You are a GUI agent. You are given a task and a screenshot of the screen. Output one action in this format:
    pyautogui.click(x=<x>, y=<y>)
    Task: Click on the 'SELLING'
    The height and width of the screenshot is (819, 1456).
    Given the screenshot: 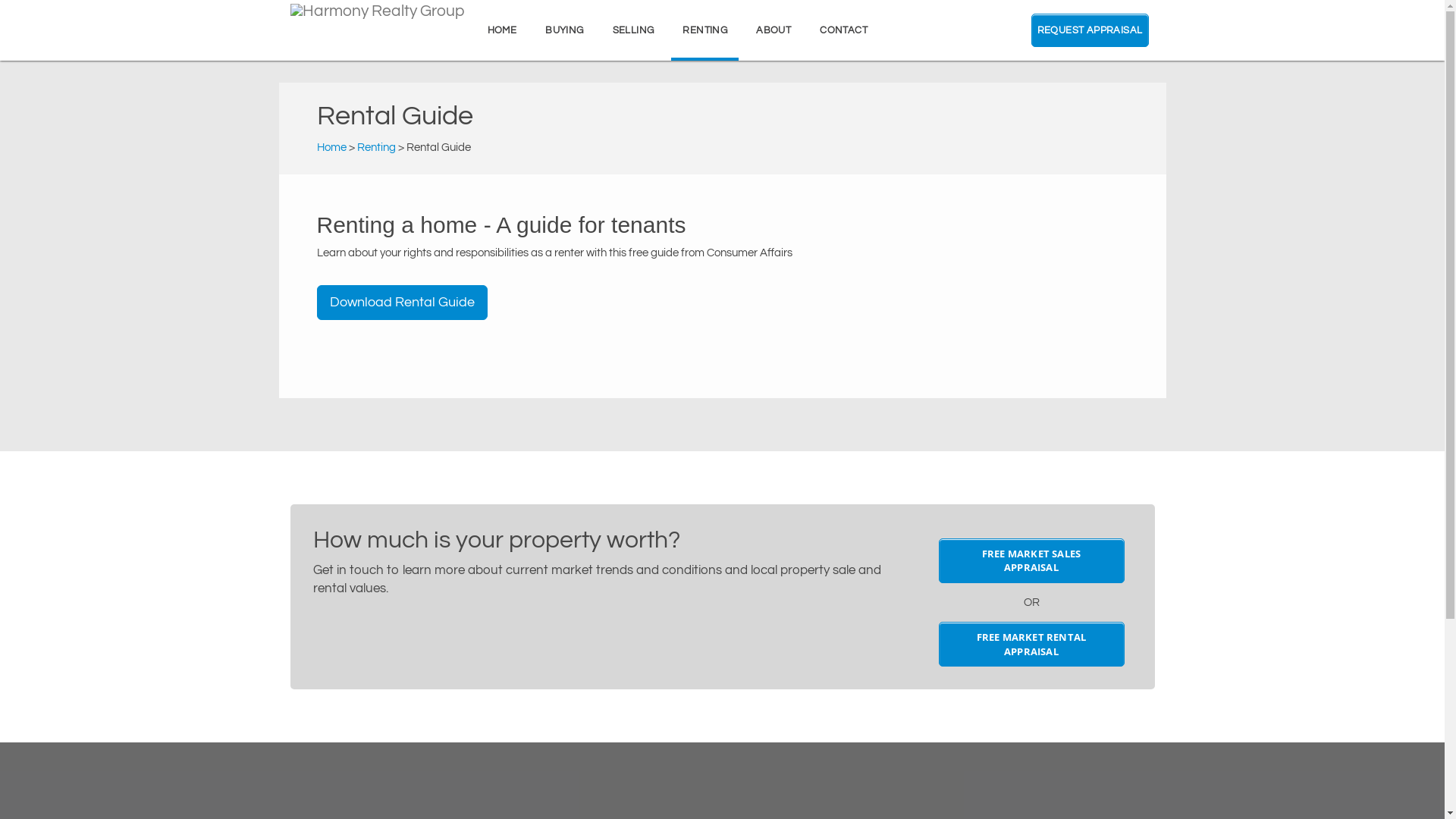 What is the action you would take?
    pyautogui.click(x=633, y=30)
    